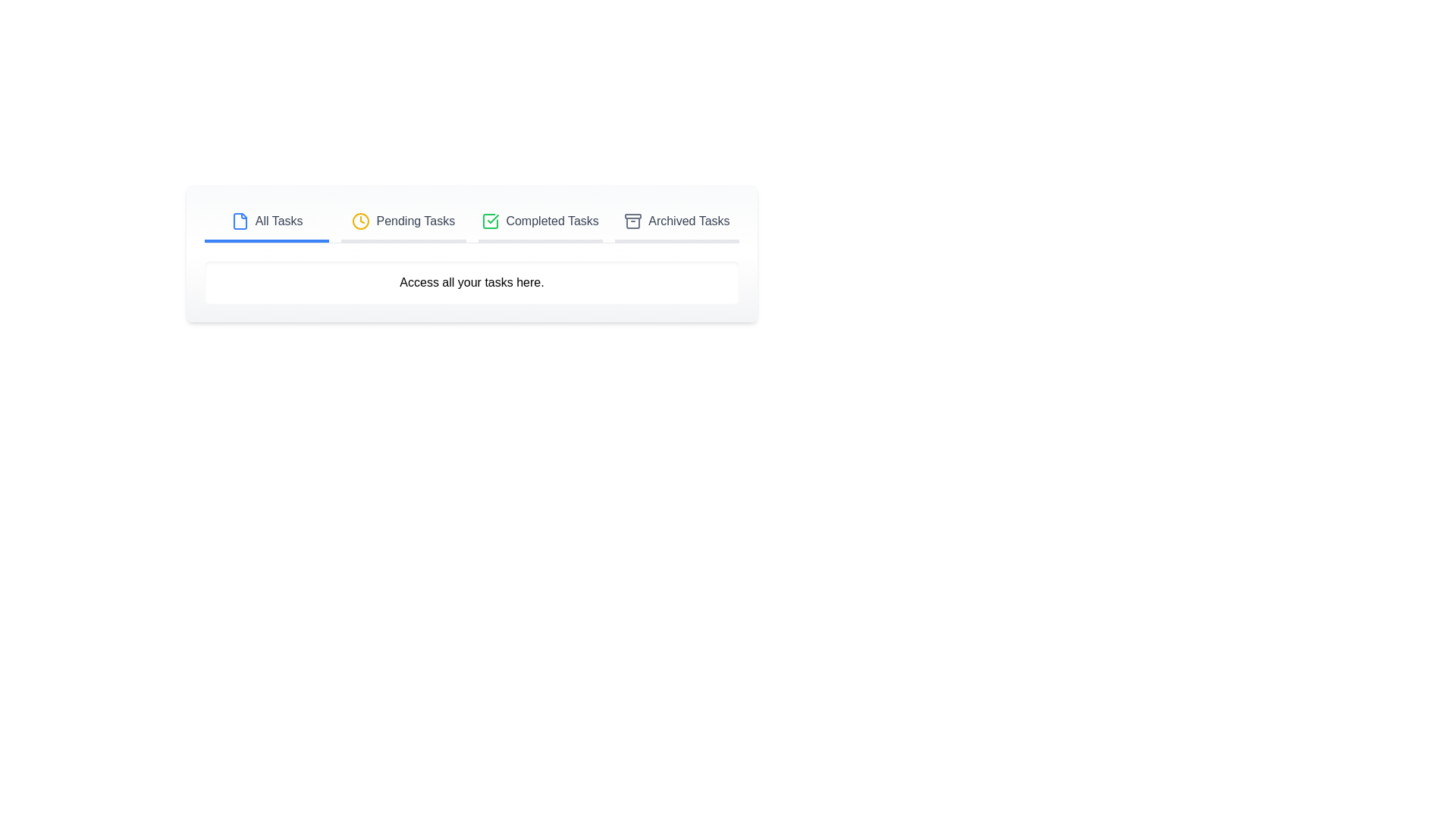  Describe the element at coordinates (266, 222) in the screenshot. I see `the tab corresponding to All Tasks` at that location.